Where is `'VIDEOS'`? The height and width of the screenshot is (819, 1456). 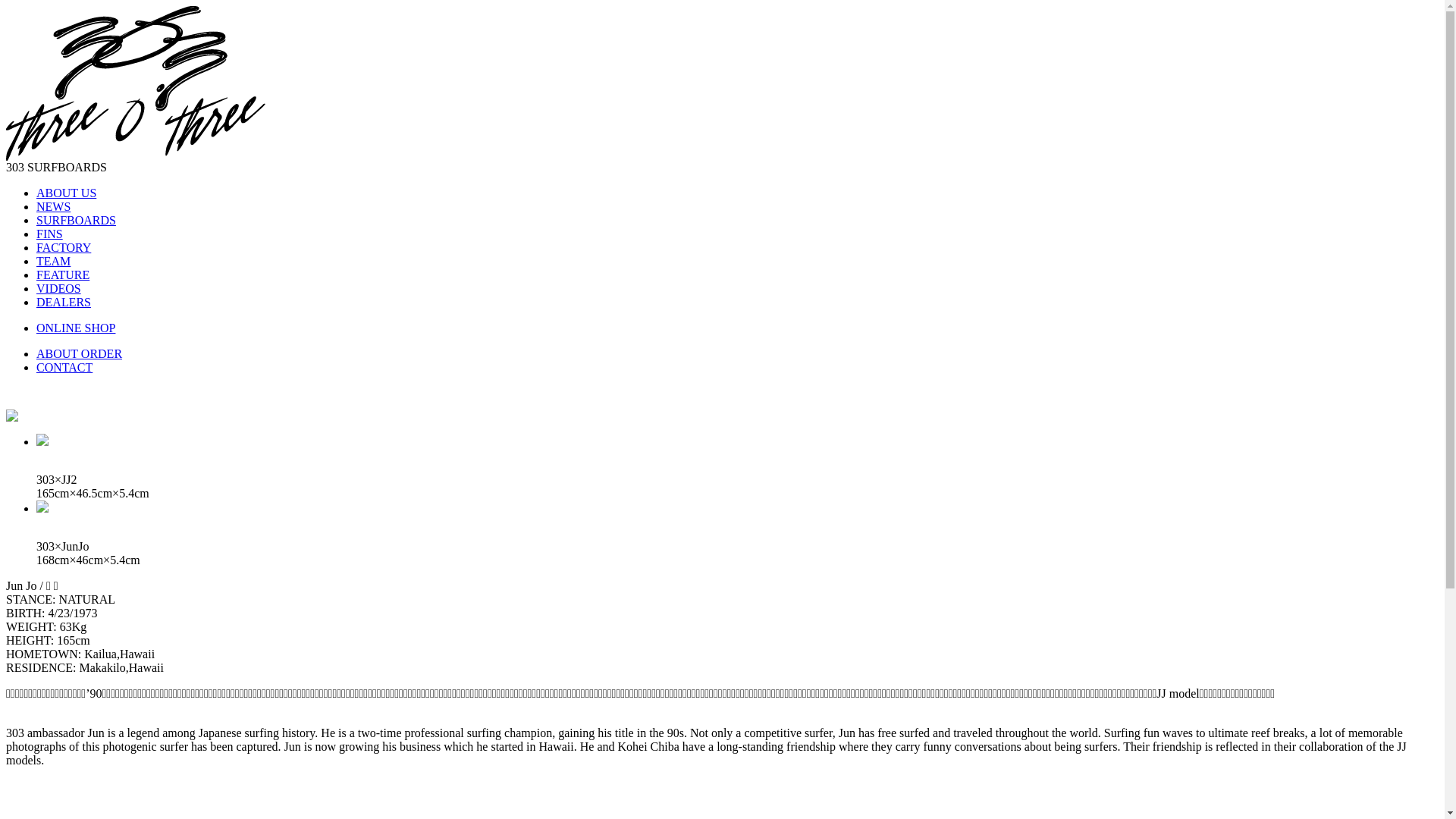 'VIDEOS' is located at coordinates (36, 288).